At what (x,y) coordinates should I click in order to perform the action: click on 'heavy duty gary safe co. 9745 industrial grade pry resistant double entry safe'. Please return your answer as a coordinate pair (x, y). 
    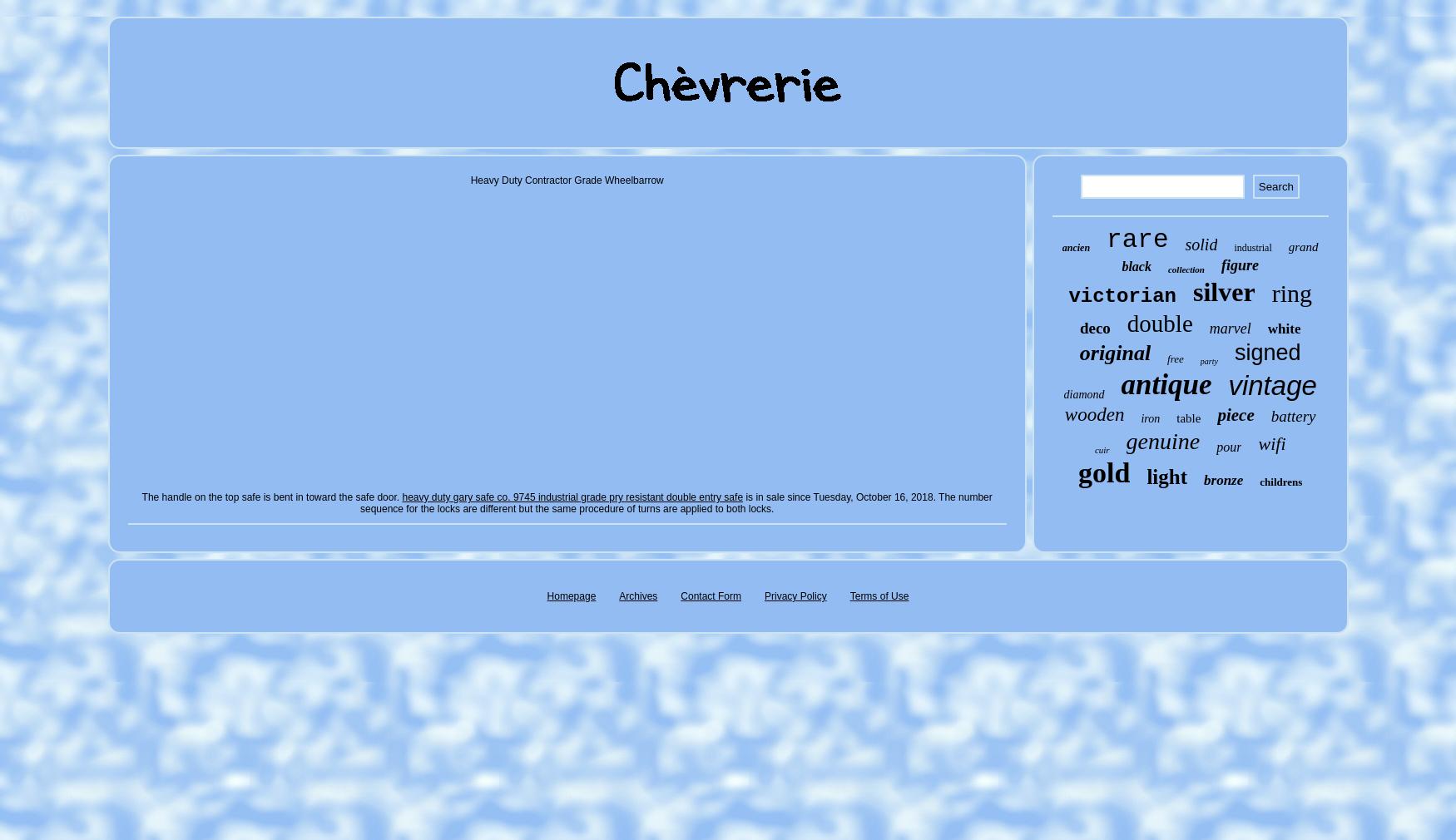
    Looking at the image, I should click on (571, 497).